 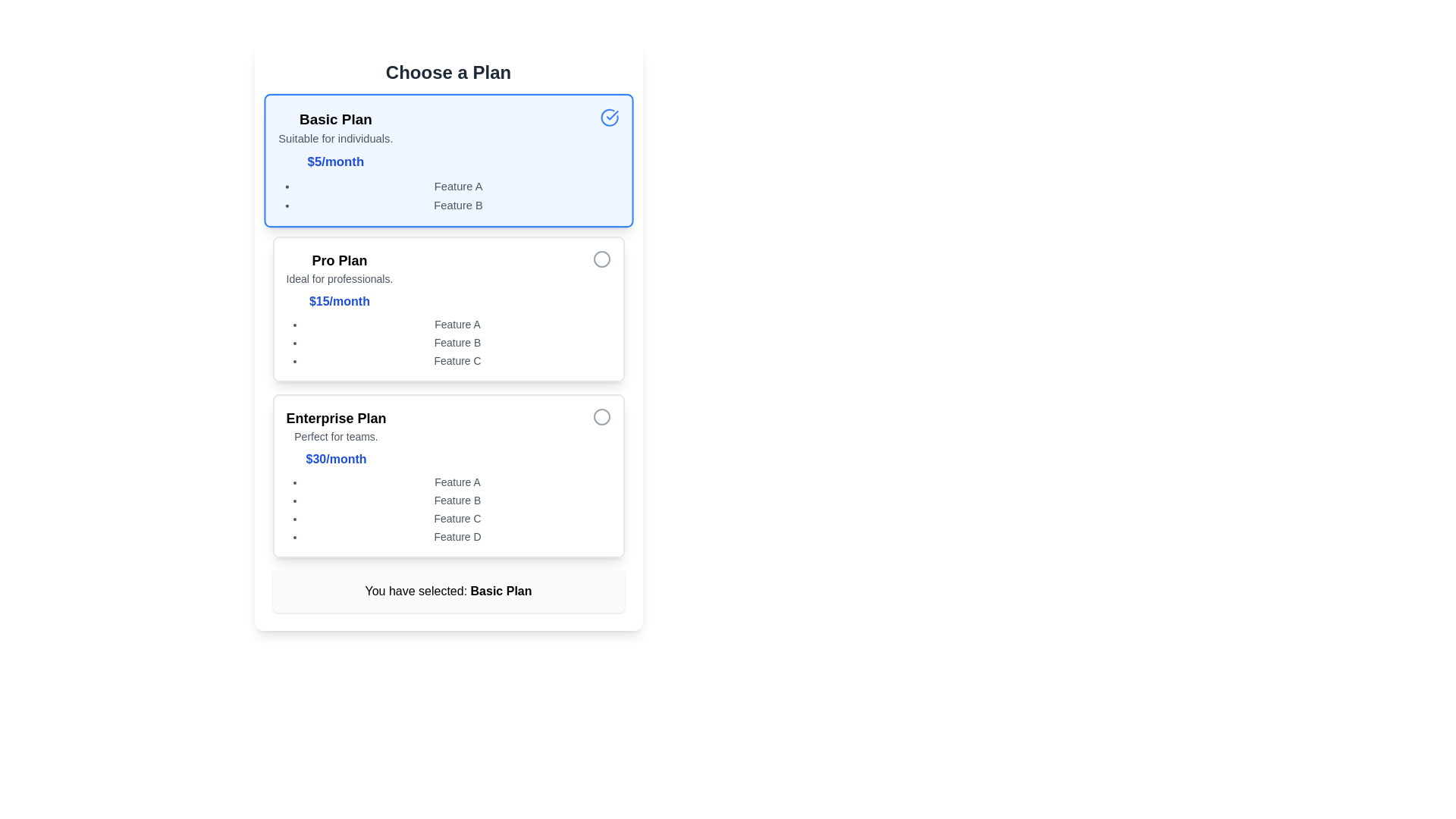 I want to click on the text label that indicates the user's current selection of the plan, which states 'You have selected: Basic Plan.', so click(x=501, y=590).